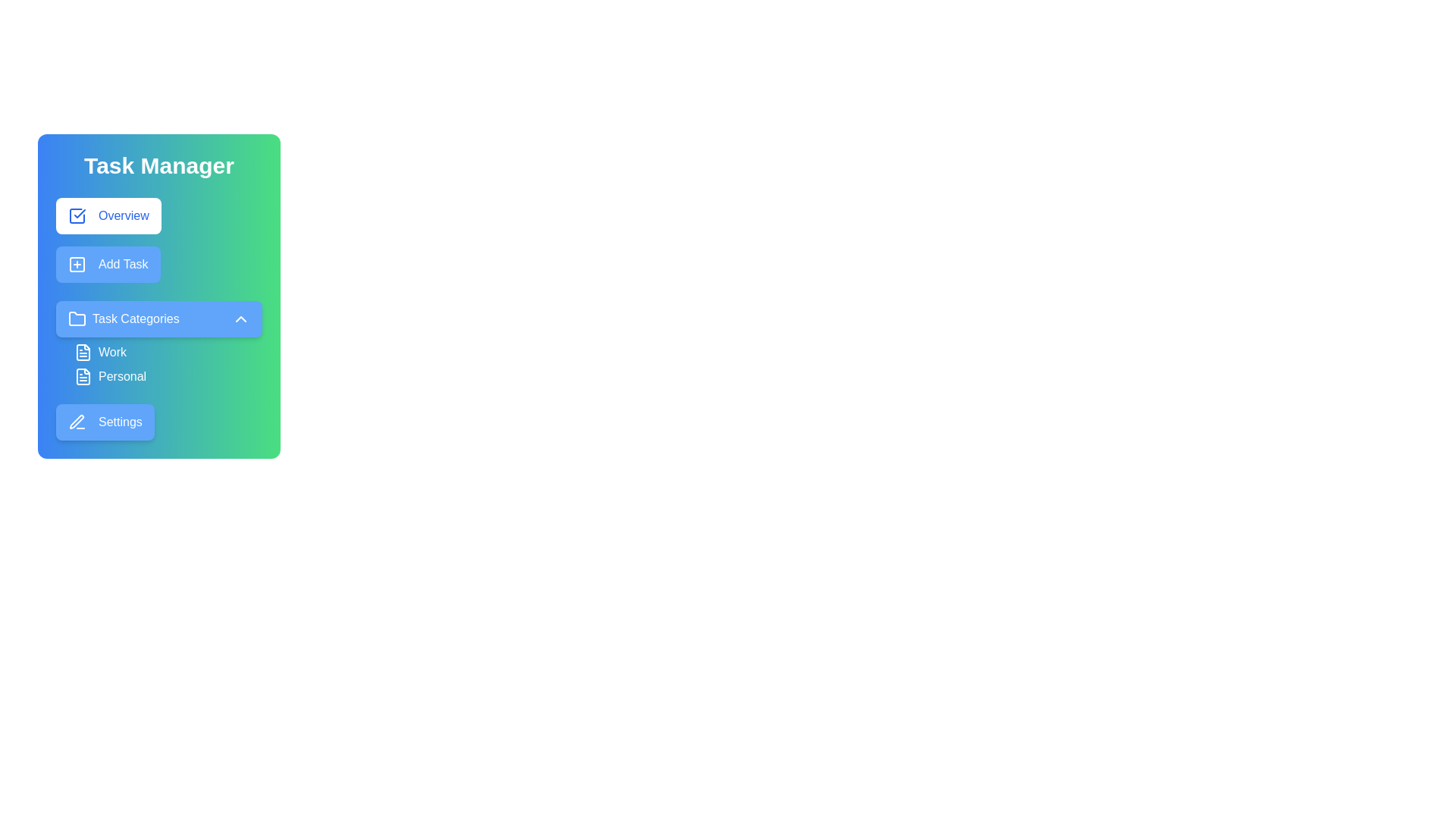 The image size is (1456, 819). What do you see at coordinates (159, 365) in the screenshot?
I see `the 'Personal' item in the categorized list of task labels` at bounding box center [159, 365].